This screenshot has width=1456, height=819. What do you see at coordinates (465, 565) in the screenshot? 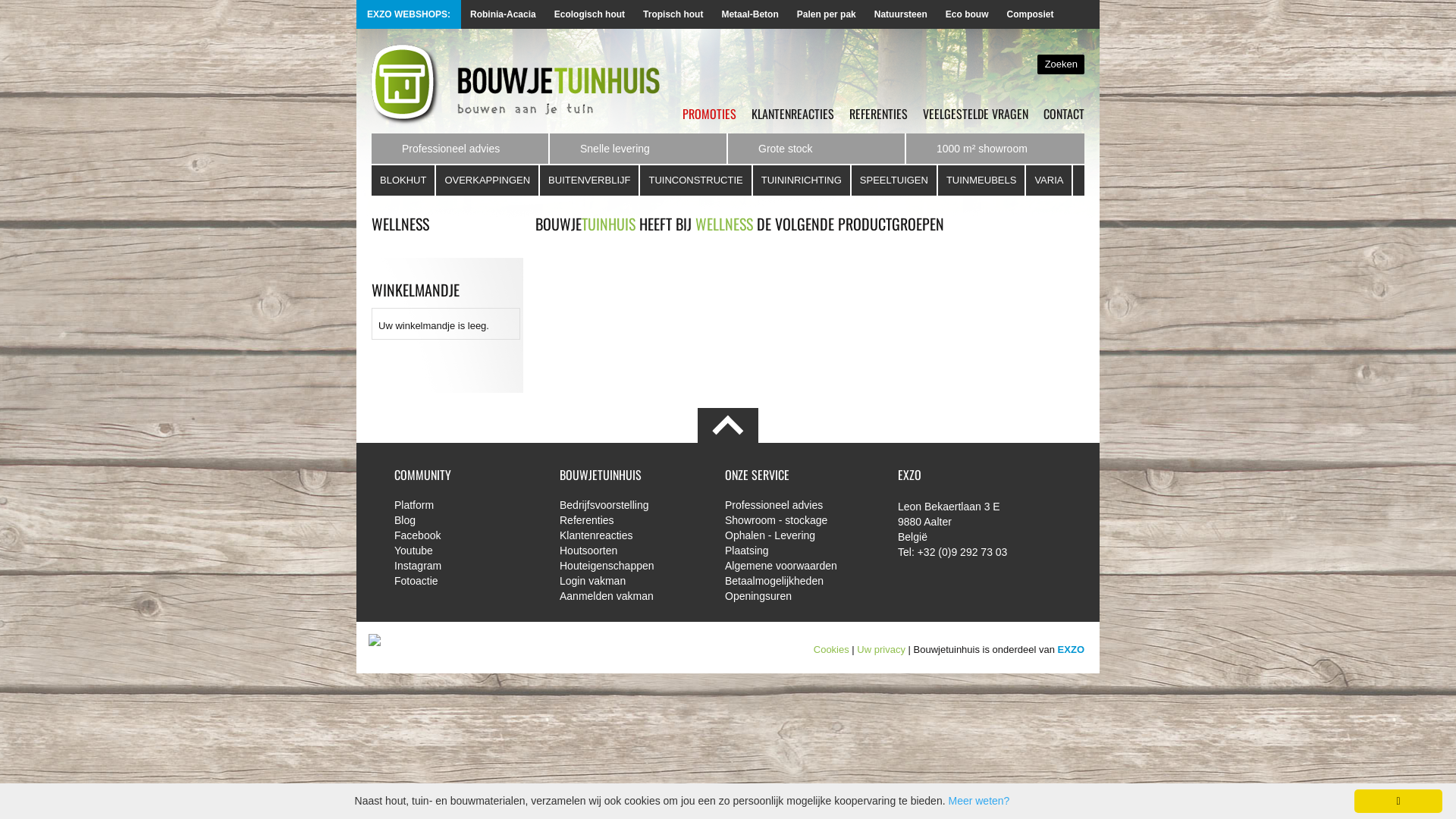
I see `'Instagram'` at bounding box center [465, 565].